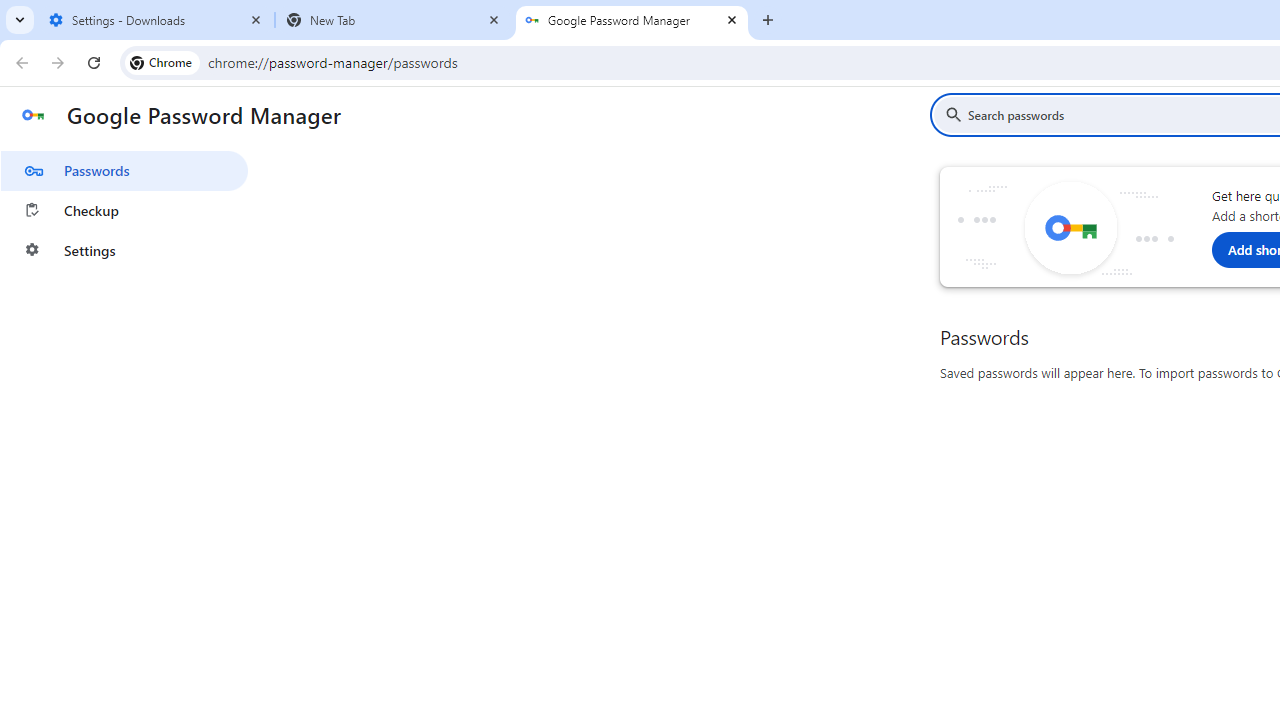  Describe the element at coordinates (155, 20) in the screenshot. I see `'Settings - Downloads'` at that location.